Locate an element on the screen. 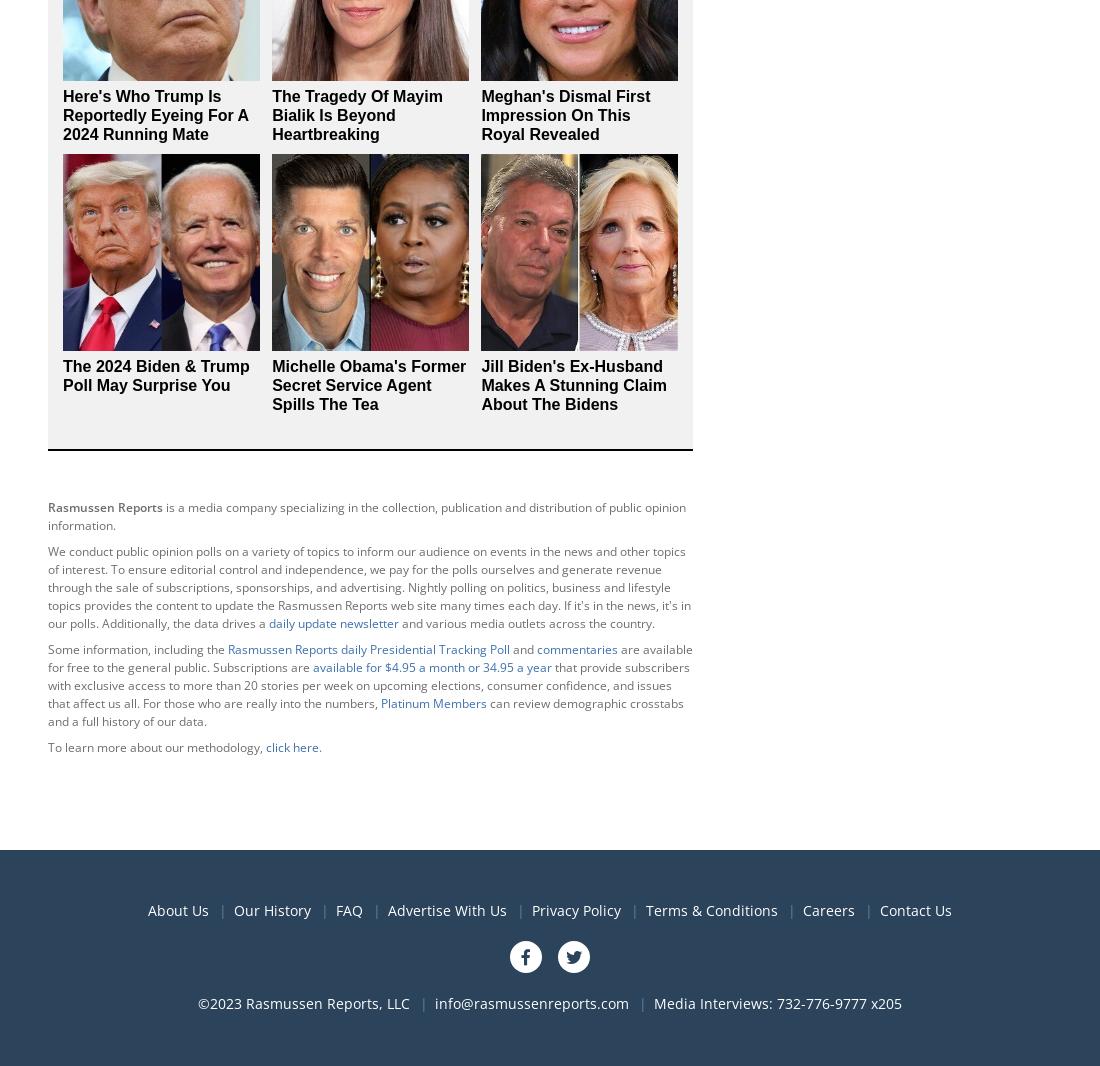 This screenshot has width=1100, height=1066. 'click here' is located at coordinates (265, 745).